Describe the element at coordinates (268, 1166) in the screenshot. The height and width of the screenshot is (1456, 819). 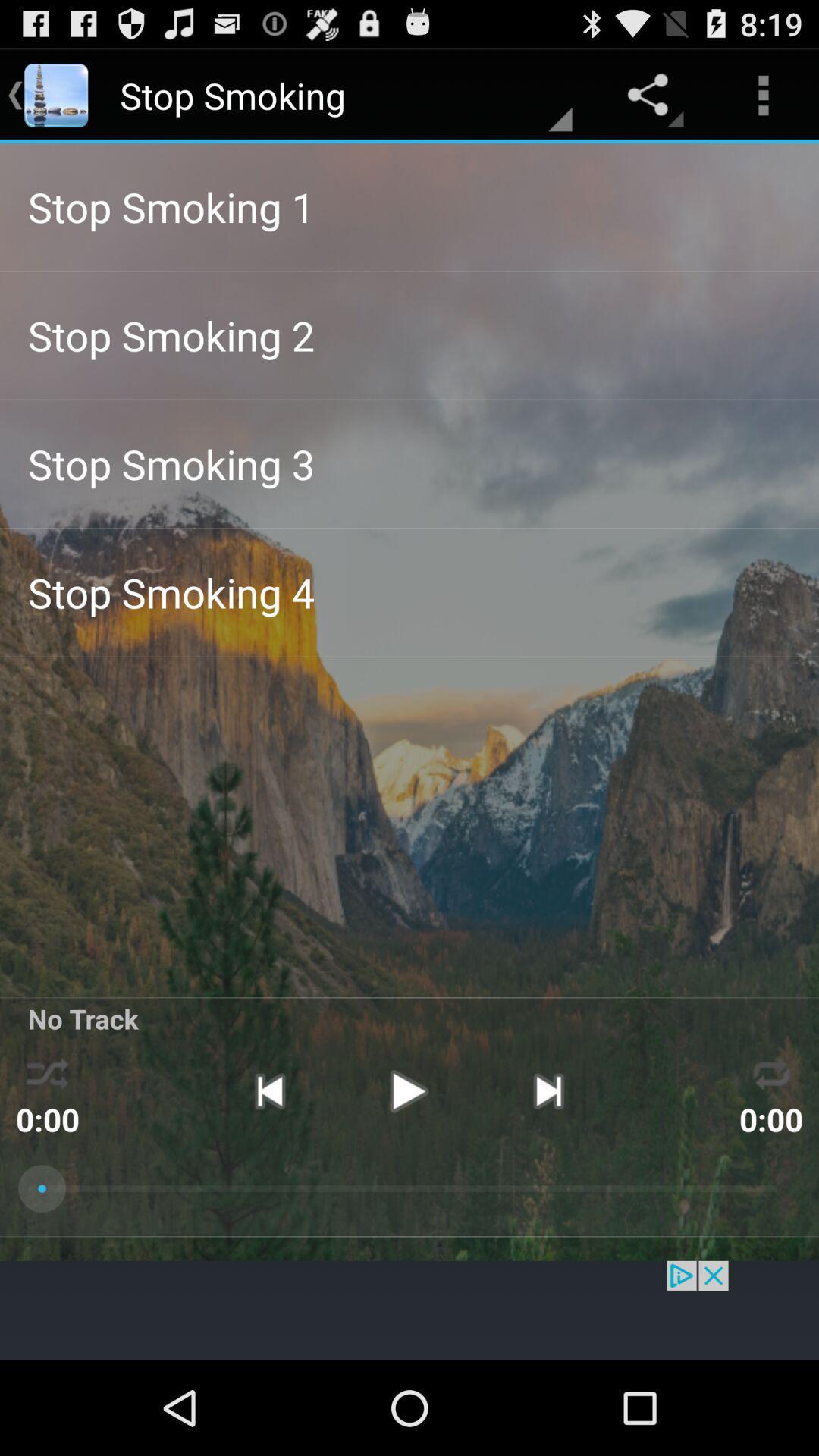
I see `the skip_previous icon` at that location.